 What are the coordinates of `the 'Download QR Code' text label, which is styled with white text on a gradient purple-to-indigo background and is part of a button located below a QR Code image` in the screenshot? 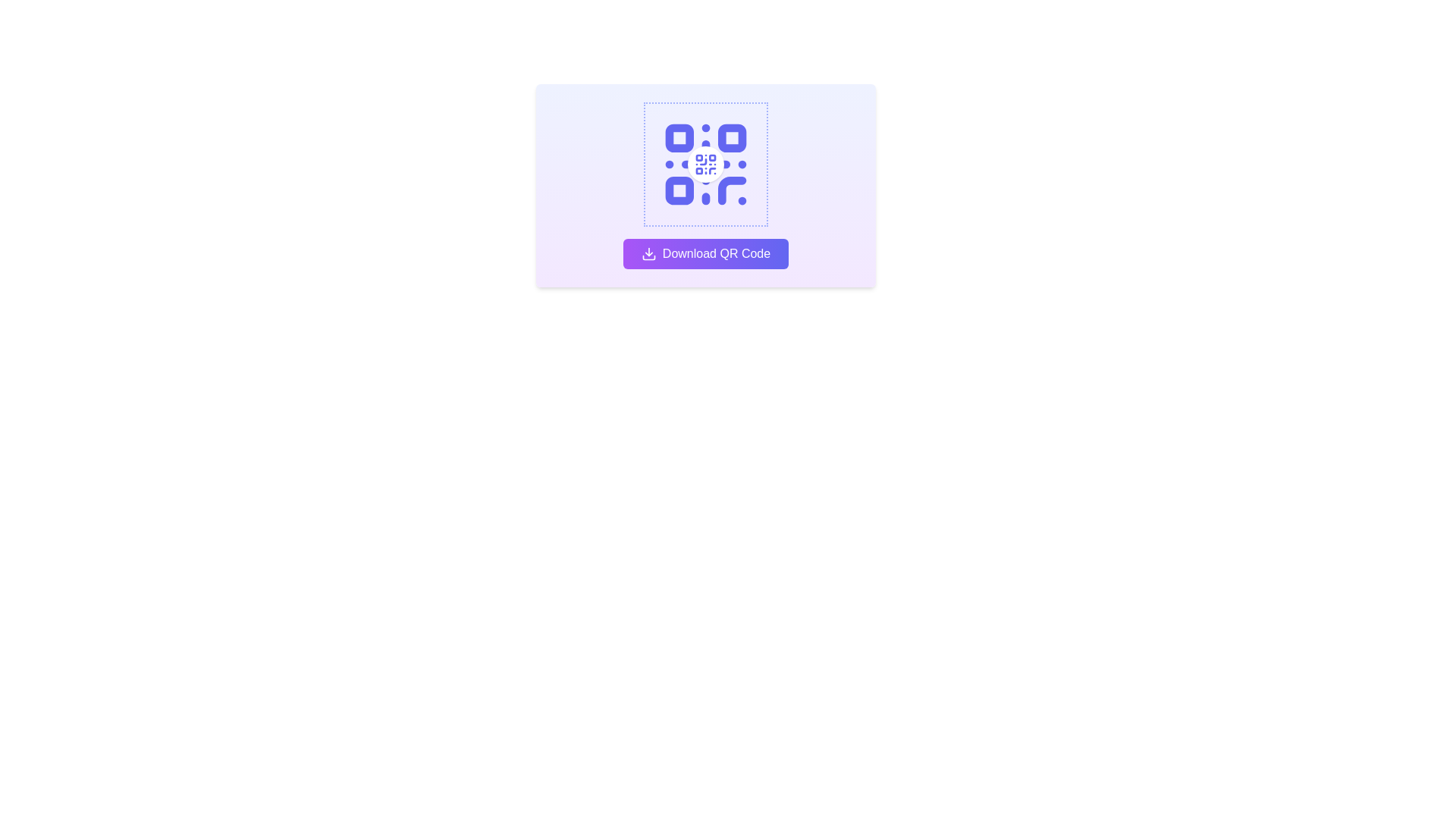 It's located at (716, 253).